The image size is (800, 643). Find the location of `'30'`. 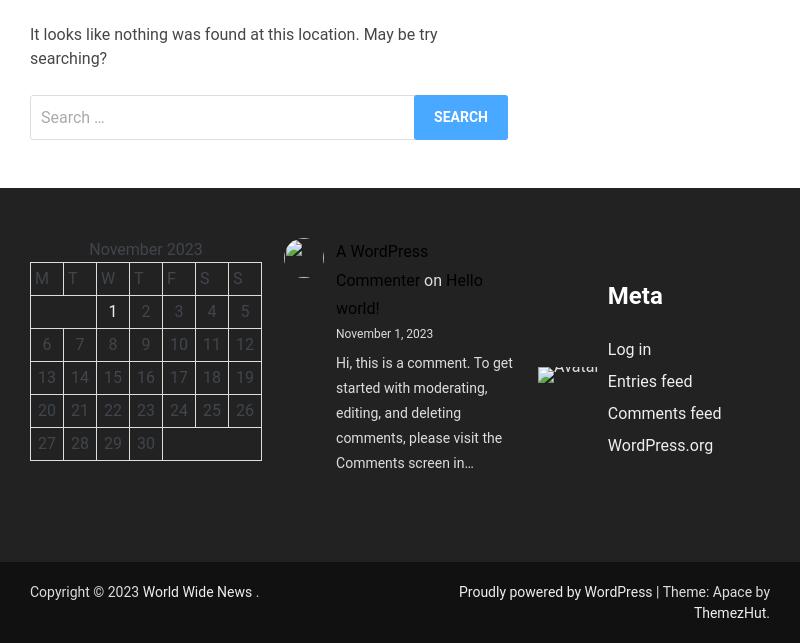

'30' is located at coordinates (145, 441).